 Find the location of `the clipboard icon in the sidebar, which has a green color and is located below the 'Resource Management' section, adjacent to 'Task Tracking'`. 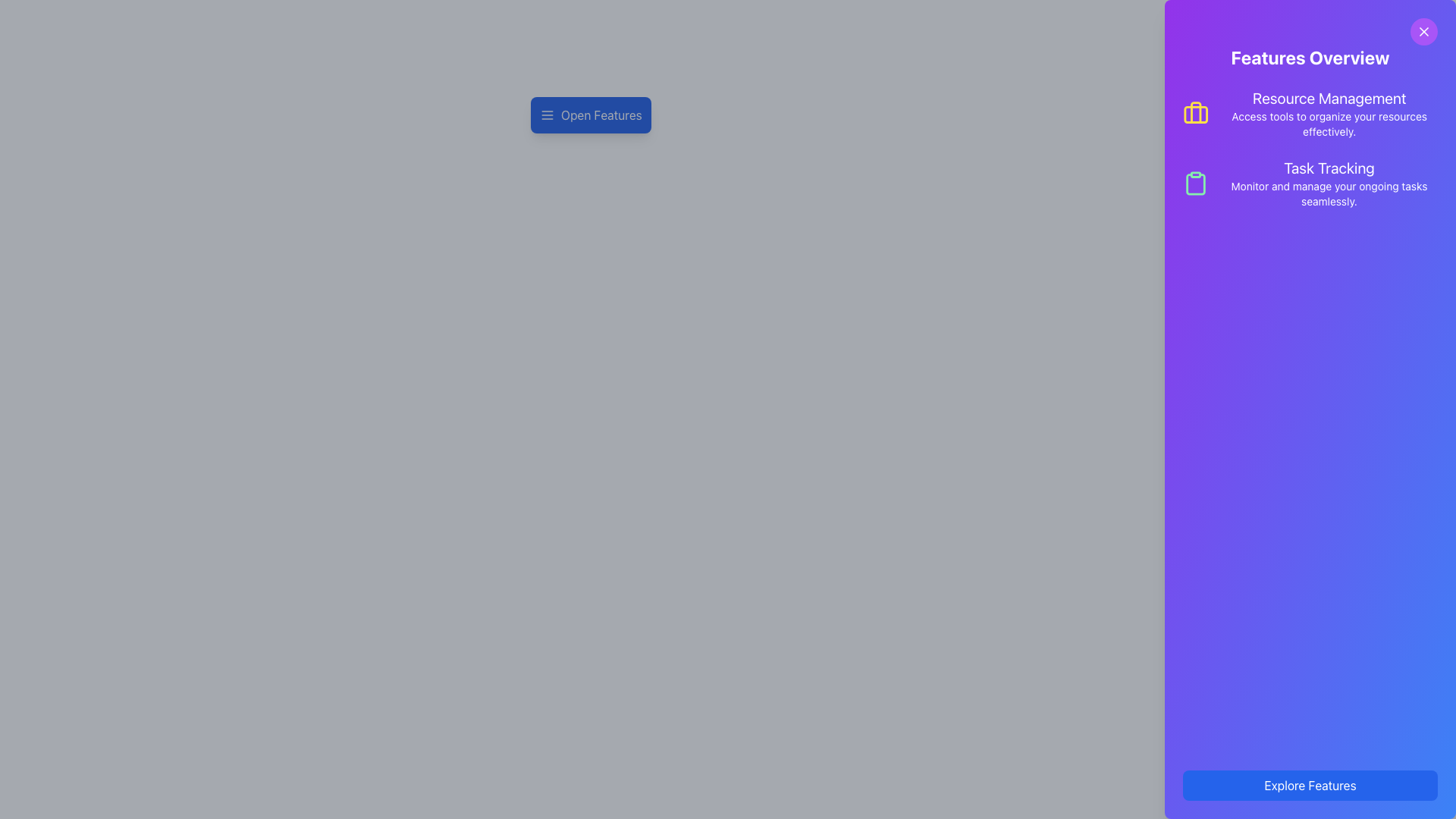

the clipboard icon in the sidebar, which has a green color and is located below the 'Resource Management' section, adjacent to 'Task Tracking' is located at coordinates (1194, 183).